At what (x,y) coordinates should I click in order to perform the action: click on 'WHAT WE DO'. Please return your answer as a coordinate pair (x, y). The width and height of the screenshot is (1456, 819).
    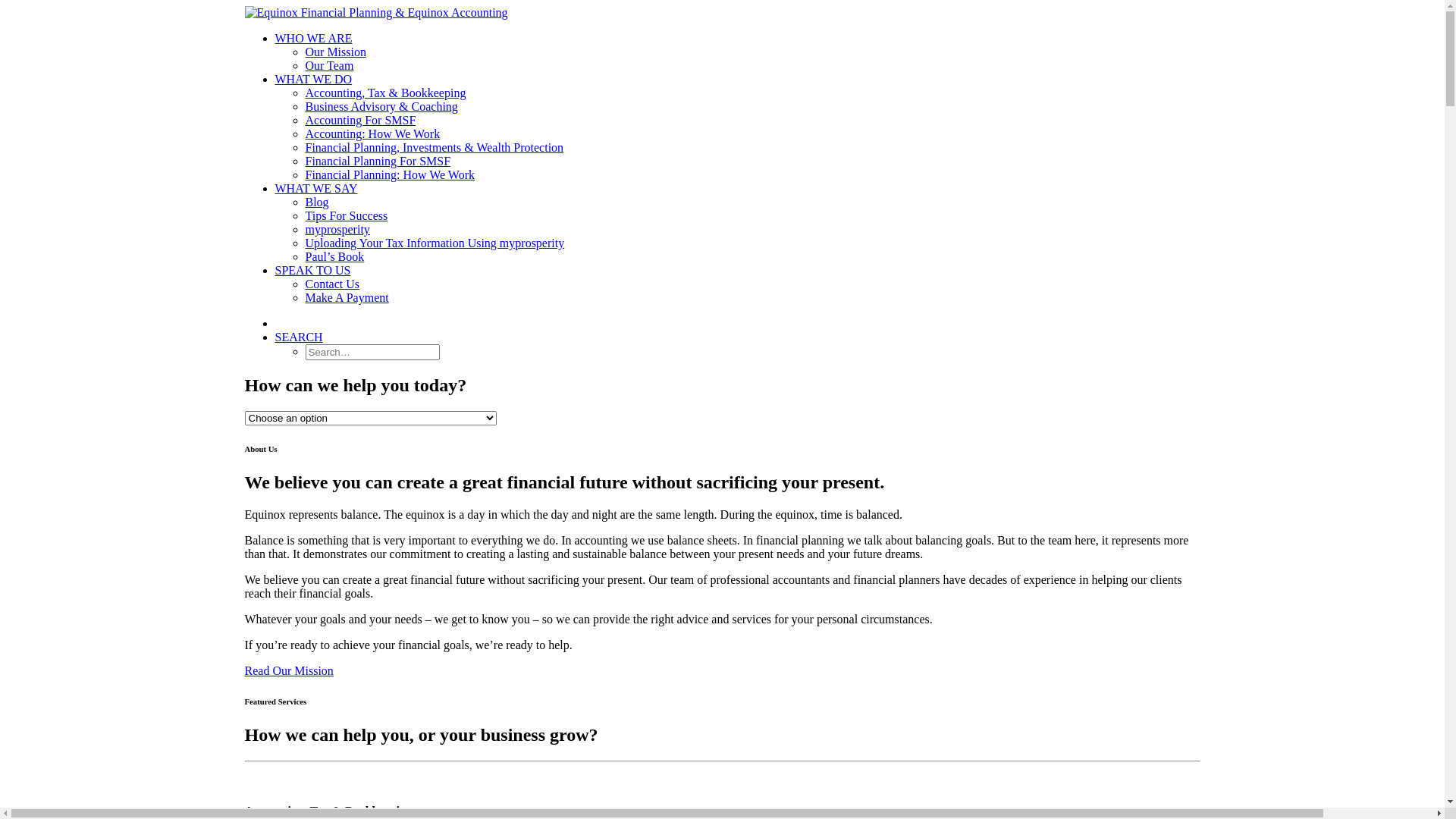
    Looking at the image, I should click on (274, 79).